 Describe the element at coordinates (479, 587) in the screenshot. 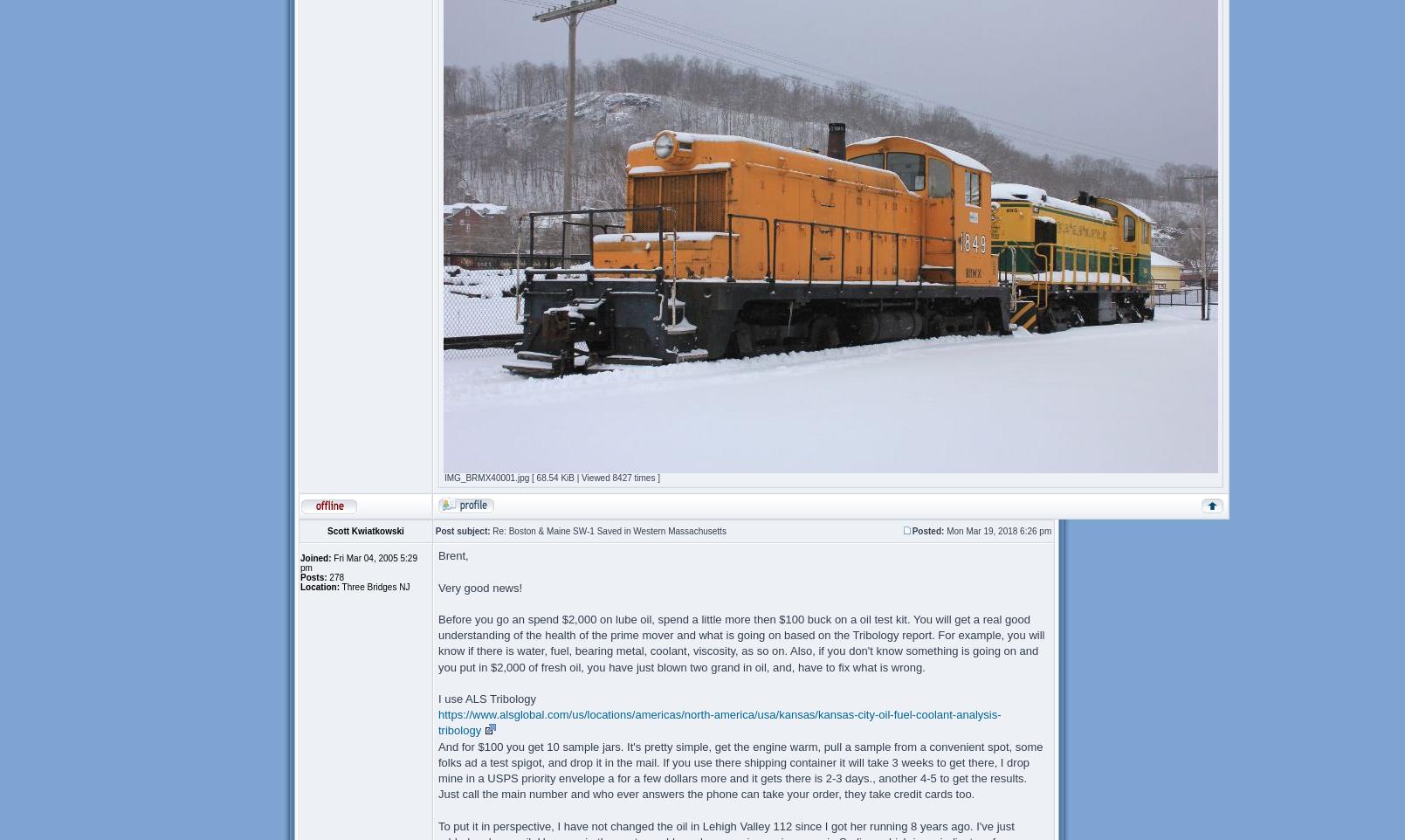

I see `'Very good news!'` at that location.